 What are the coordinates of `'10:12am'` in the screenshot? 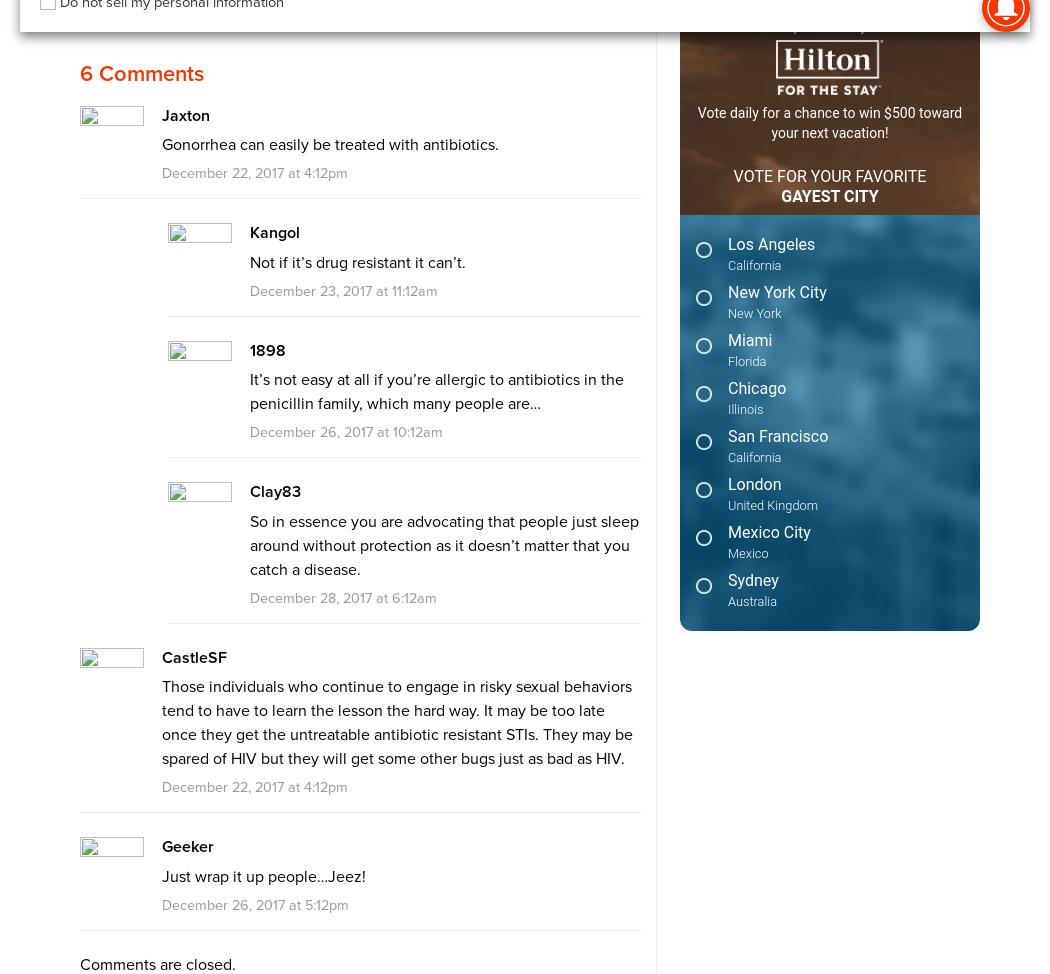 It's located at (413, 430).